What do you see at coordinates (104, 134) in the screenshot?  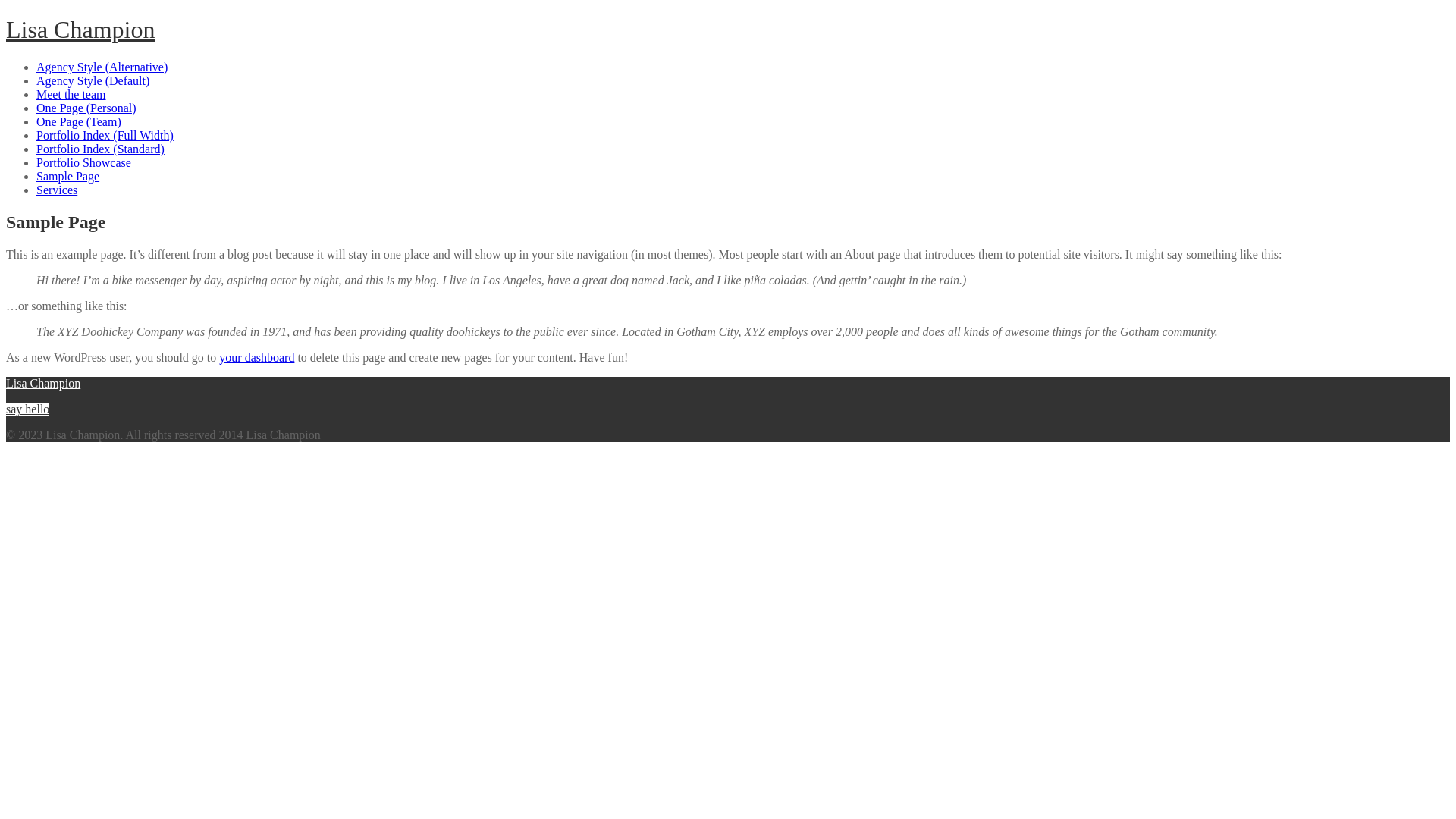 I see `'Portfolio Index (Full Width)'` at bounding box center [104, 134].